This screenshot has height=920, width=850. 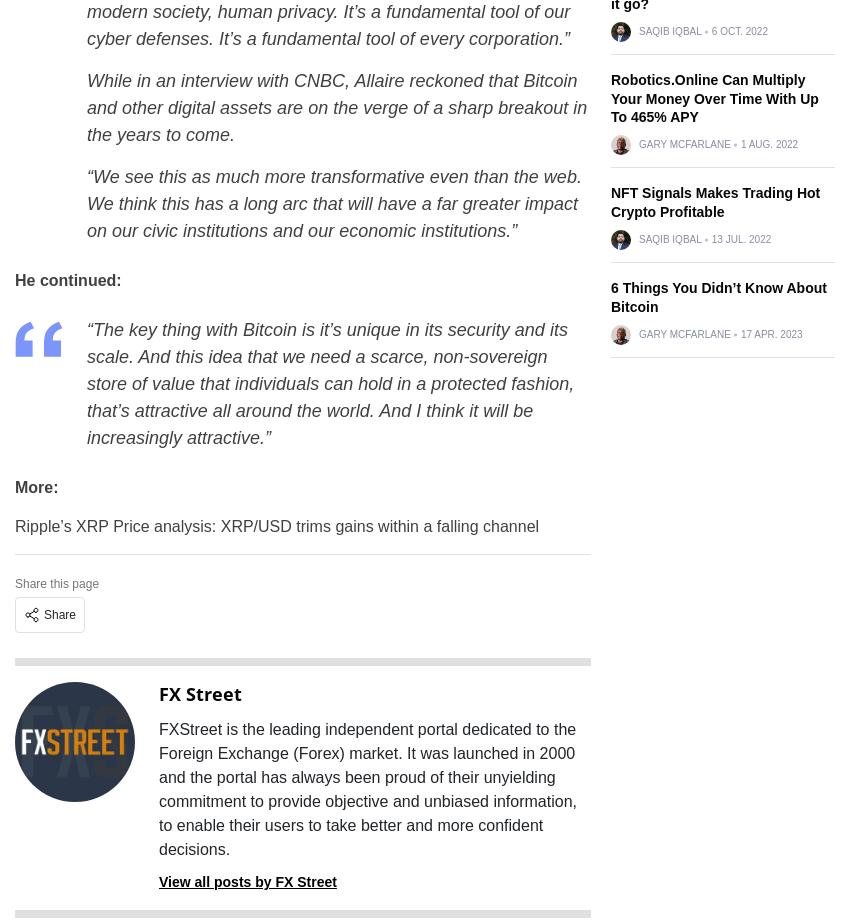 What do you see at coordinates (35, 487) in the screenshot?
I see `'More:'` at bounding box center [35, 487].